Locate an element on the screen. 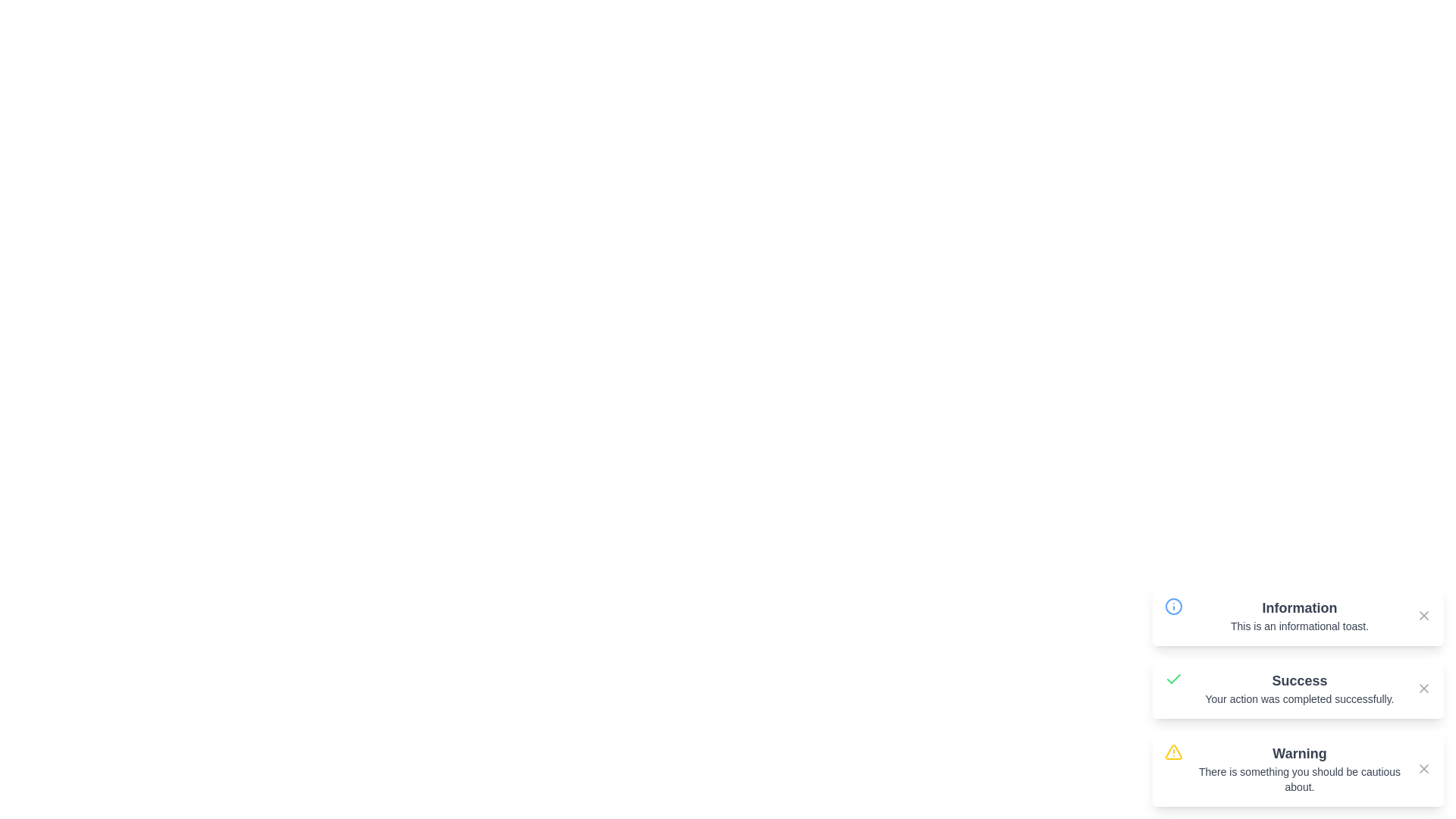 Image resolution: width=1456 pixels, height=819 pixels. the triangular warning icon with a yellow border and an exclamation mark, which is the third item in the vertical stack of notification messages on the right side of the interface is located at coordinates (1172, 752).